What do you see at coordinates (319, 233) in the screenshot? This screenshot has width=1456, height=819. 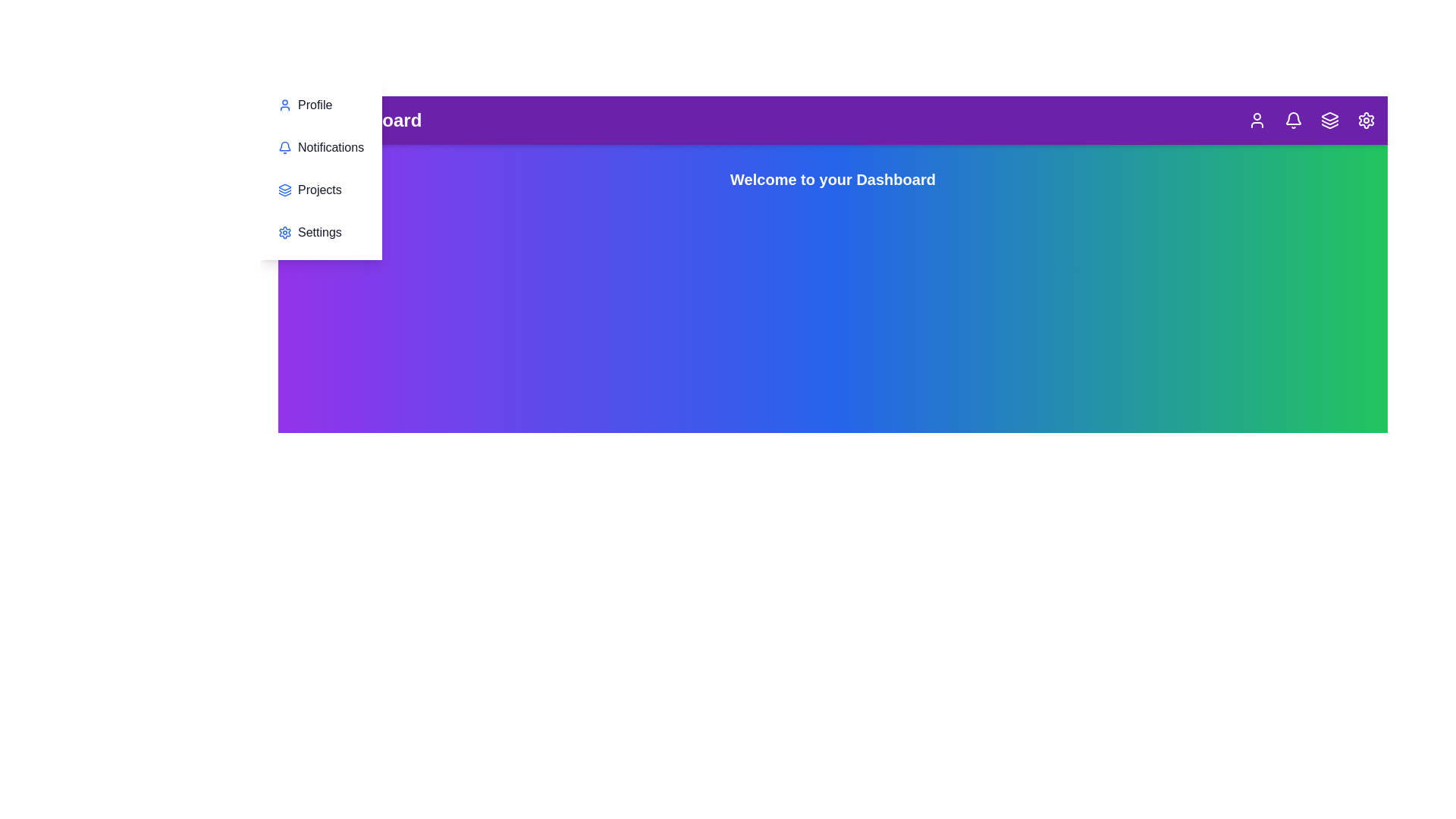 I see `the menu item Settings in the sidebar` at bounding box center [319, 233].